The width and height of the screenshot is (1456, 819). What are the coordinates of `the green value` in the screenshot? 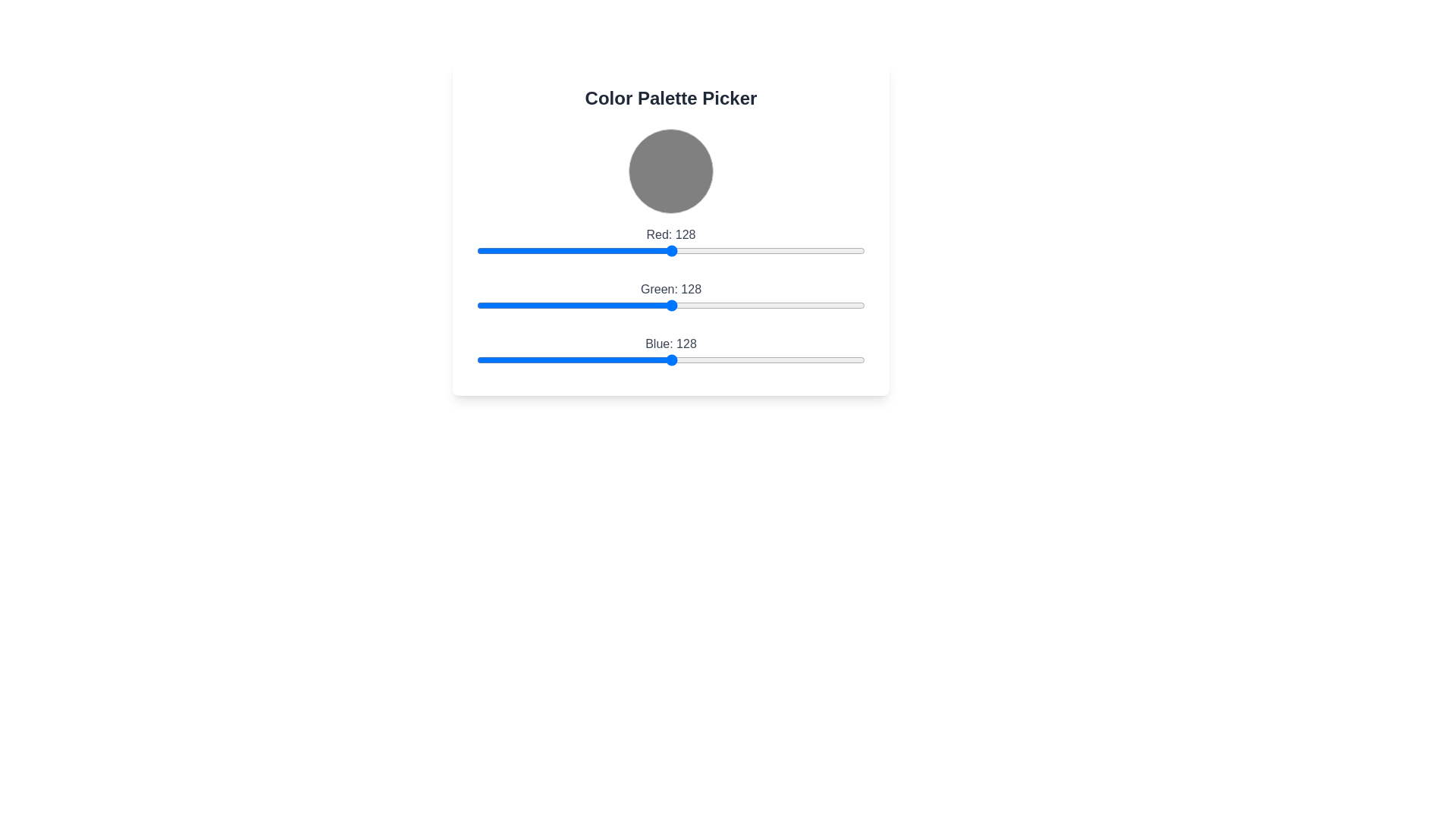 It's located at (521, 305).